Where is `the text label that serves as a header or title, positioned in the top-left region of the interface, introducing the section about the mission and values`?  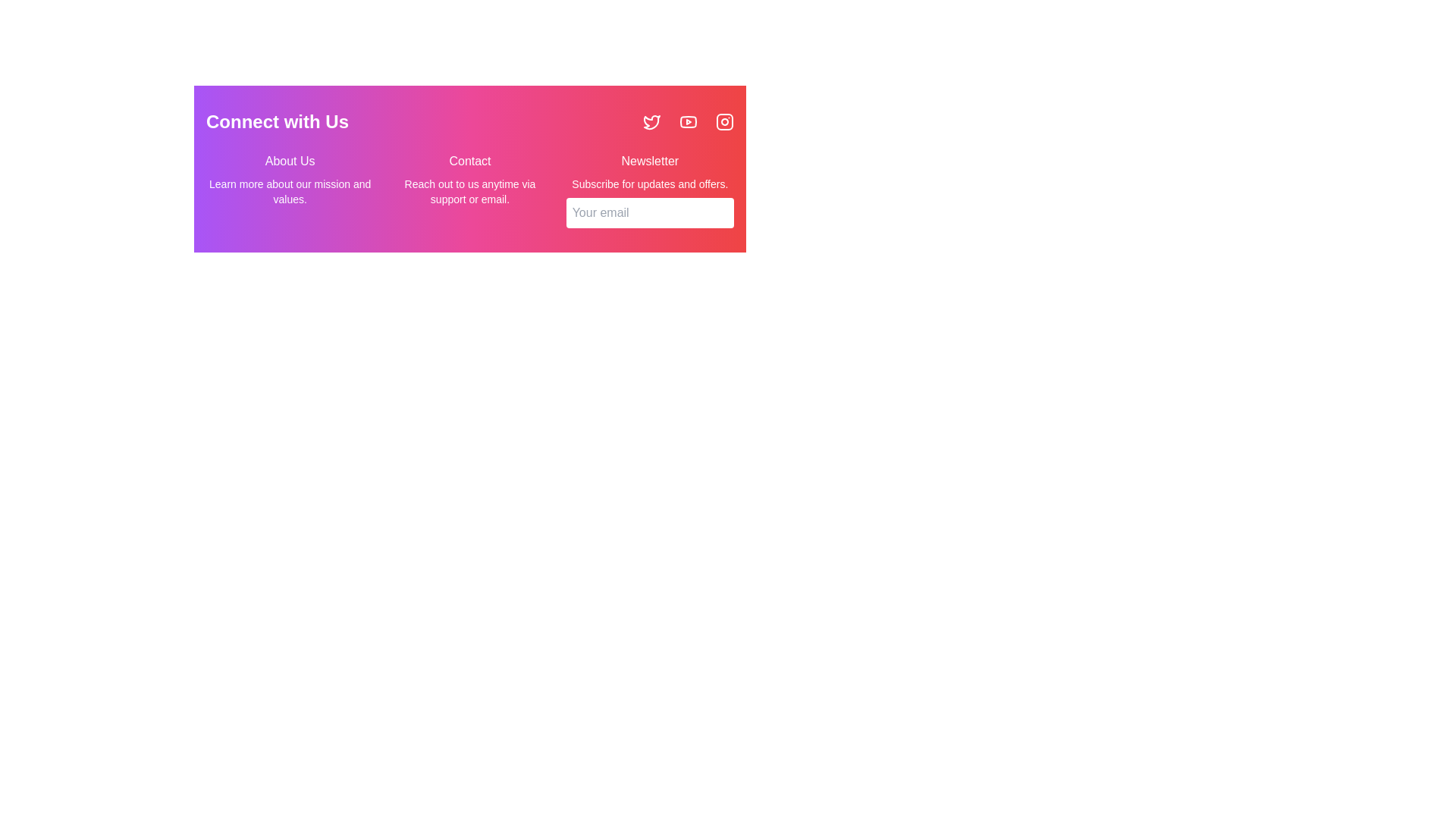
the text label that serves as a header or title, positioned in the top-left region of the interface, introducing the section about the mission and values is located at coordinates (290, 161).